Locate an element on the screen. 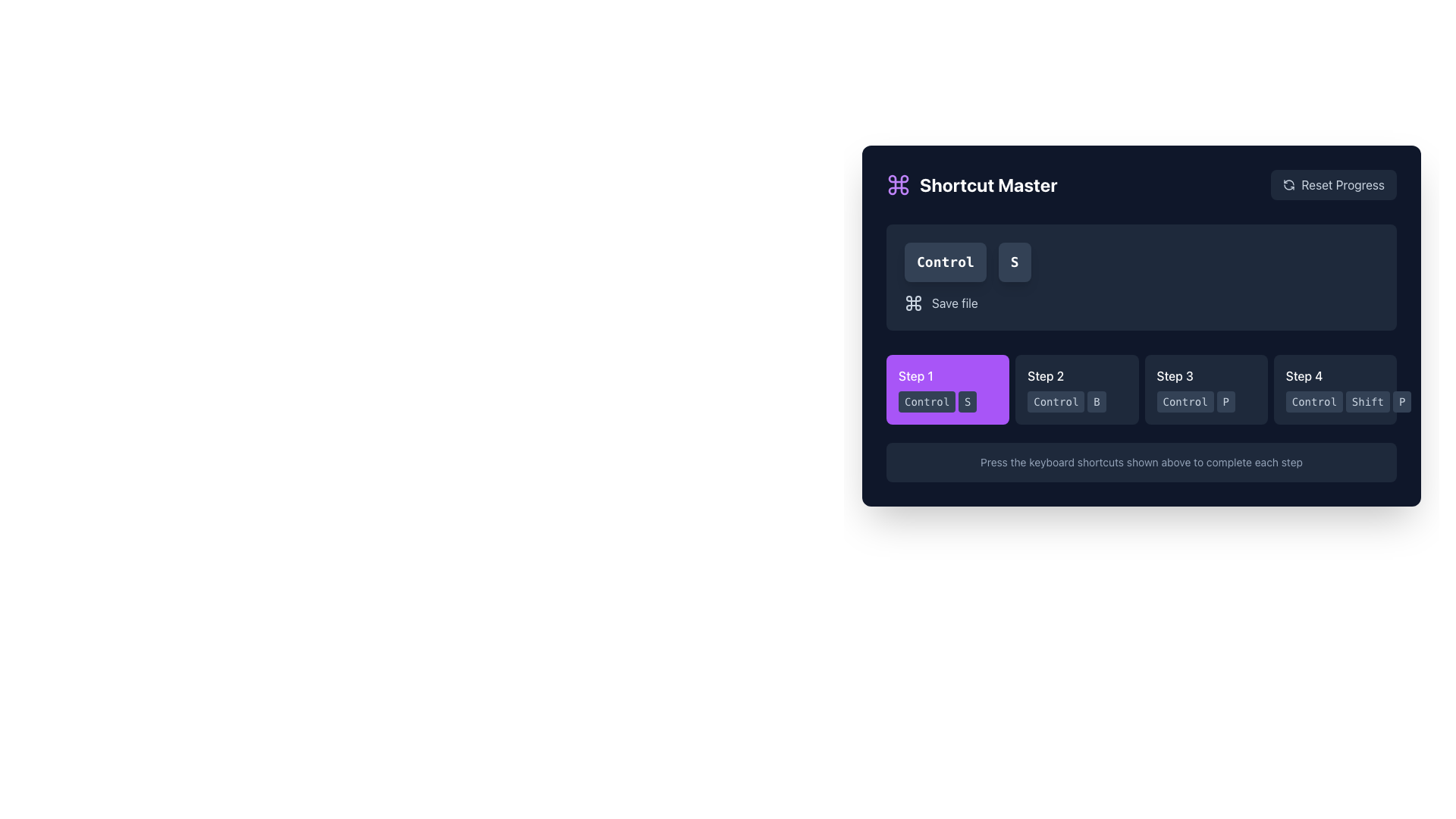 The image size is (1456, 819). the small rectangular button with rounded corners, dark slate gray background, and light gray letter 'S' in the center is located at coordinates (967, 400).